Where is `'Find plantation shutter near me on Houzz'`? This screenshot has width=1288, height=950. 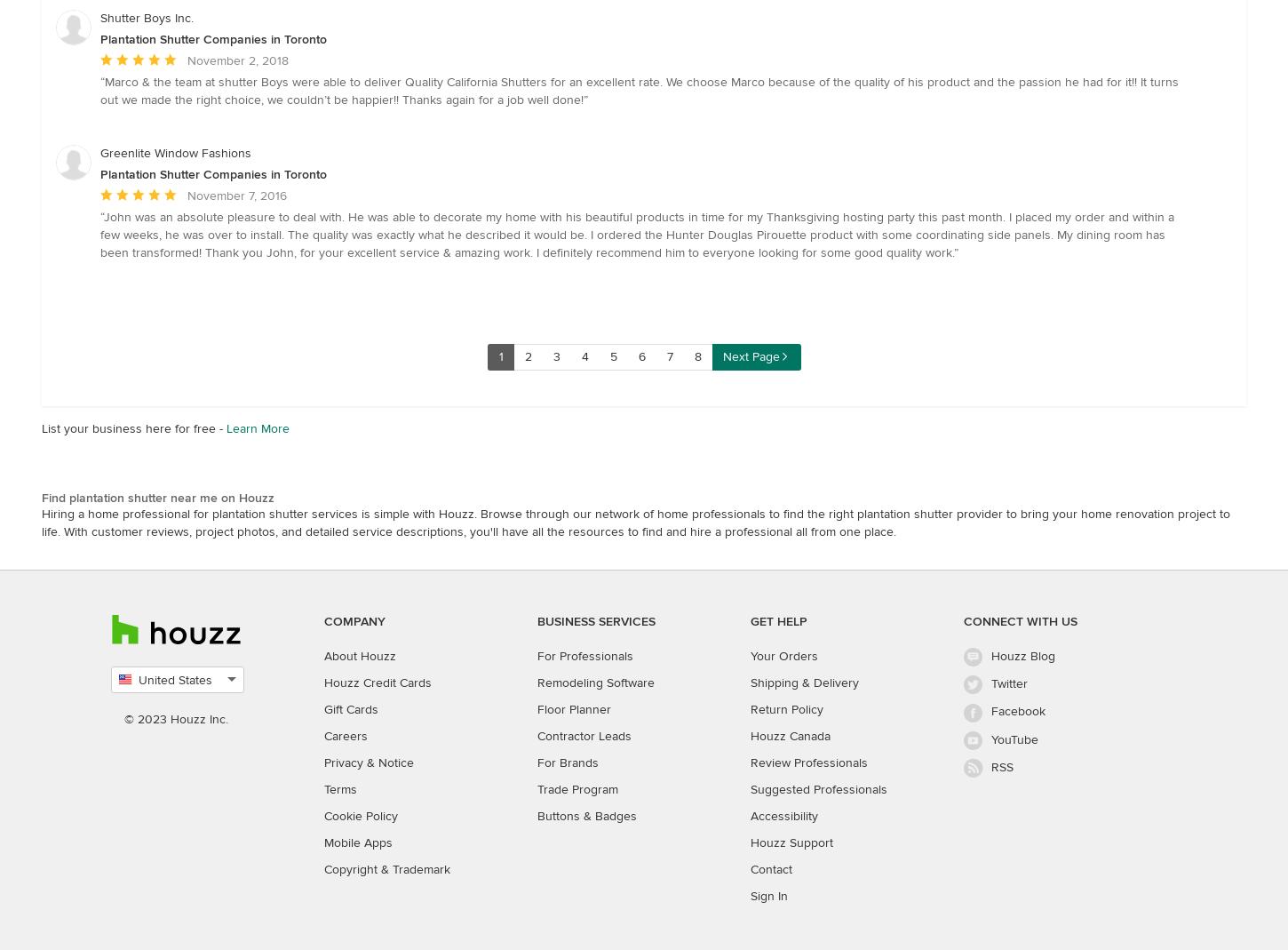 'Find plantation shutter near me on Houzz' is located at coordinates (157, 497).